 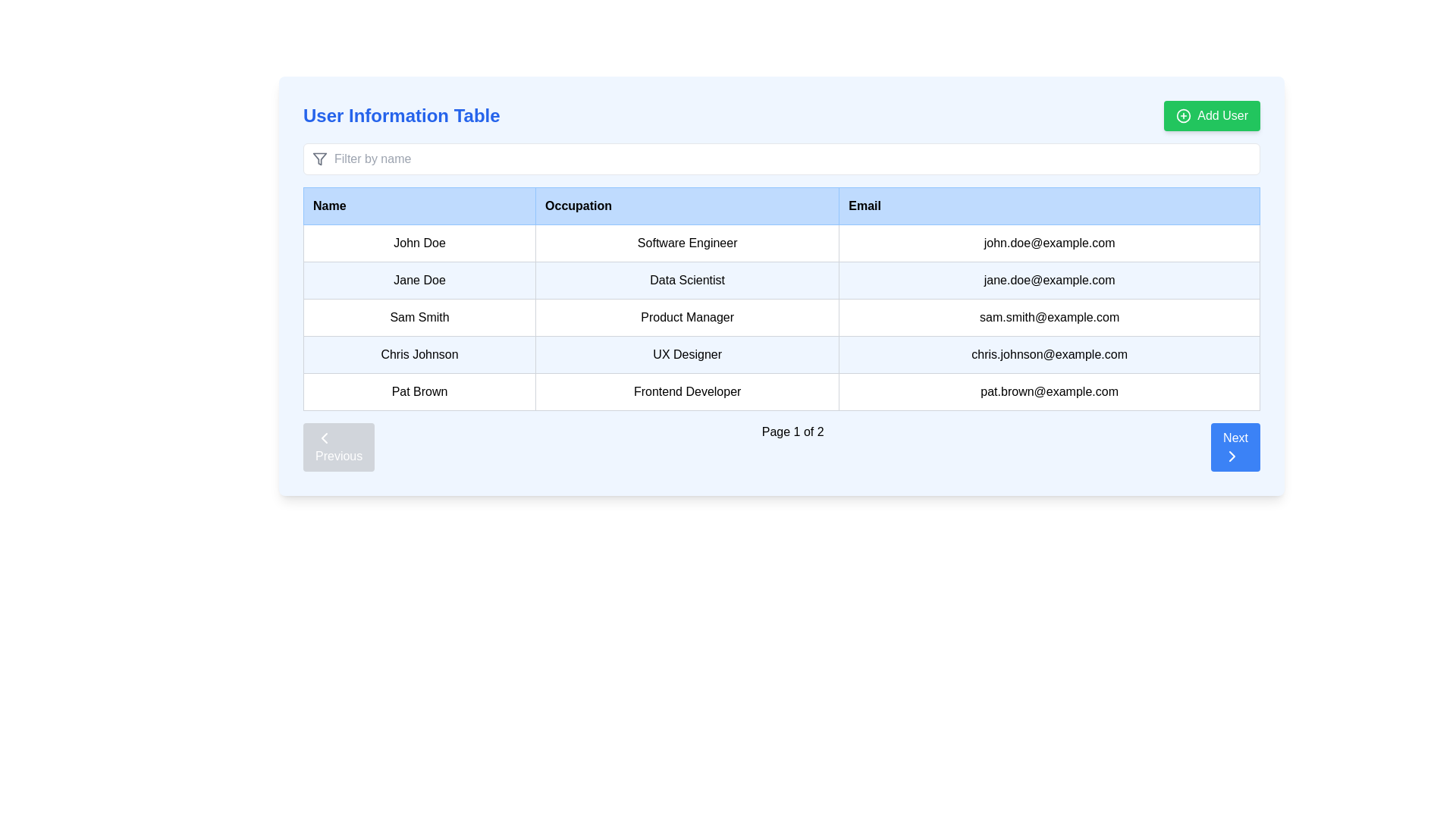 I want to click on the Text cell displaying the email address associated with 'Jane Doe' in the third column of the second row under the 'Email' heading, so click(x=1049, y=281).